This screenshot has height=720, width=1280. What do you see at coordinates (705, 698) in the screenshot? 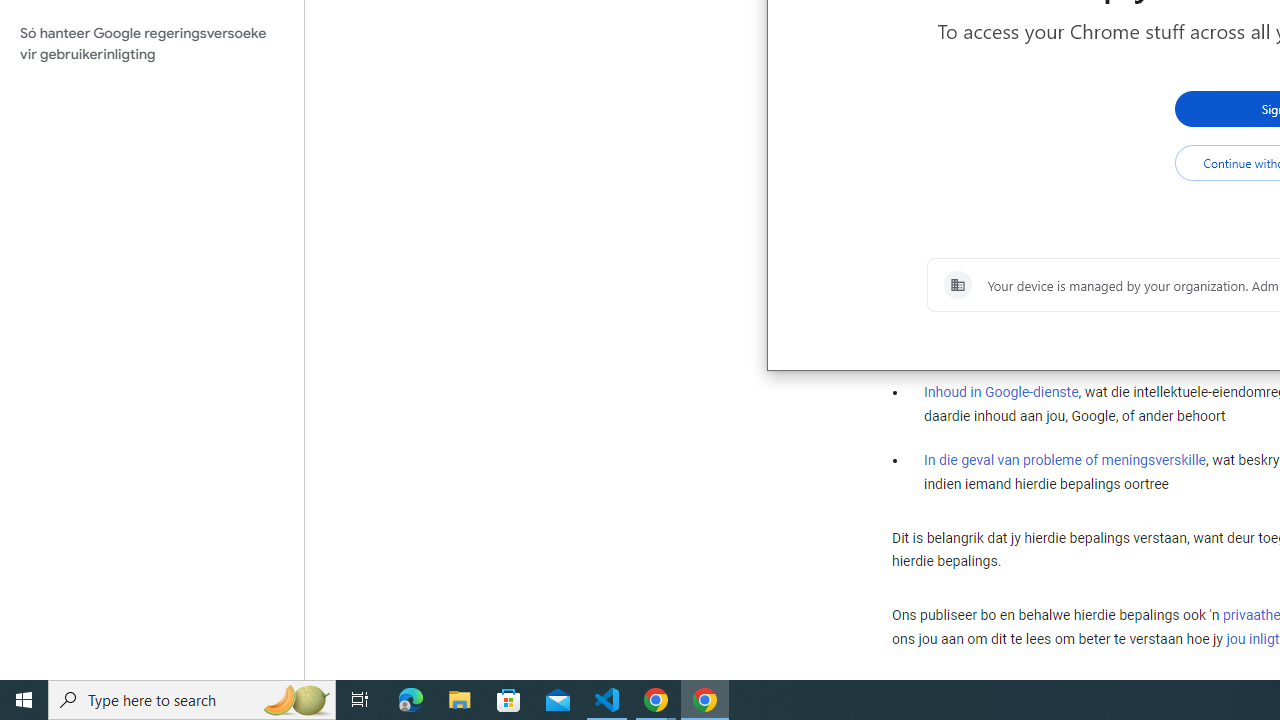
I see `'Google Chrome - 1 running window'` at bounding box center [705, 698].